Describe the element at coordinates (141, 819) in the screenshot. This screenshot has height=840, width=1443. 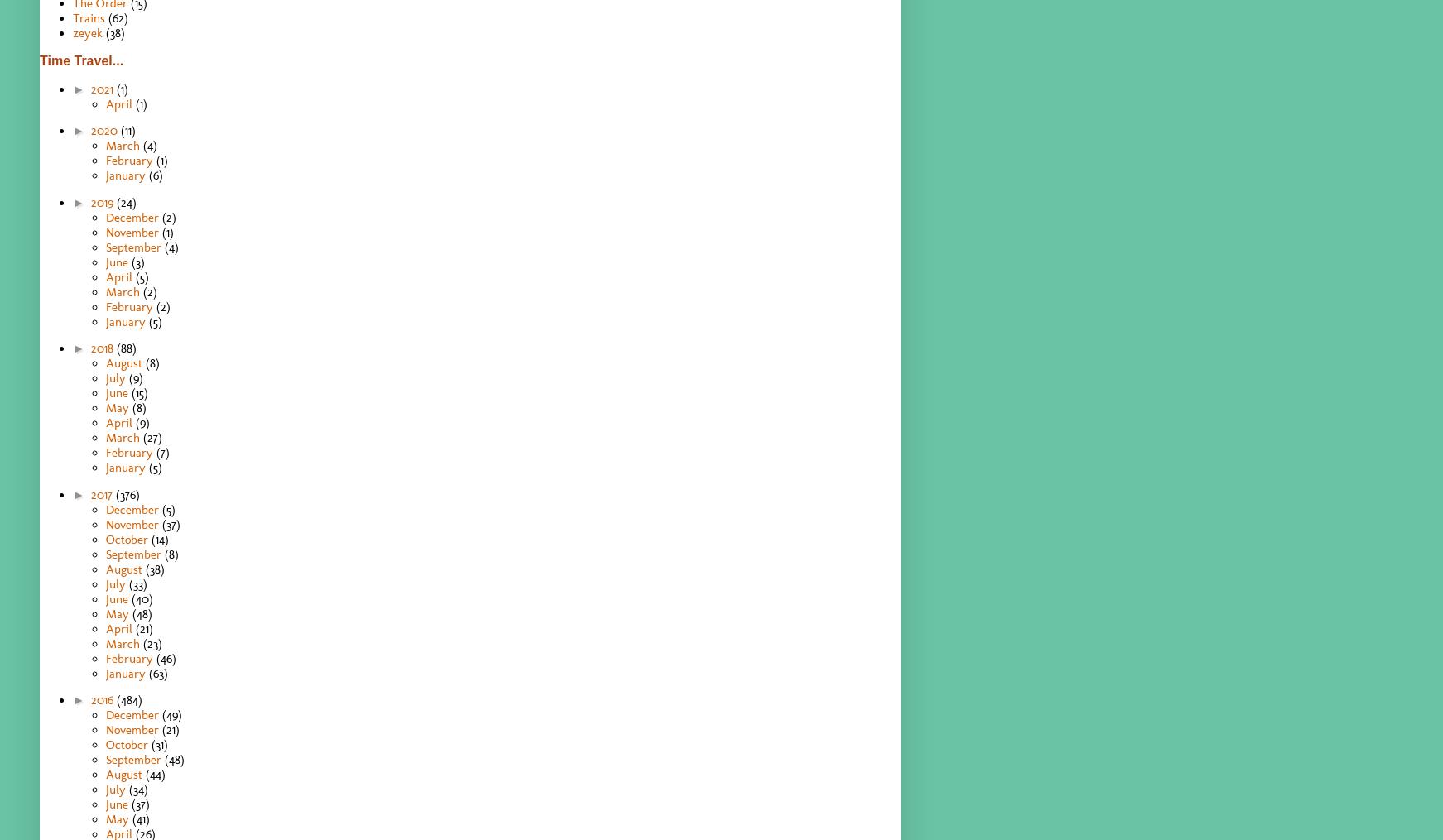
I see `'(41)'` at that location.